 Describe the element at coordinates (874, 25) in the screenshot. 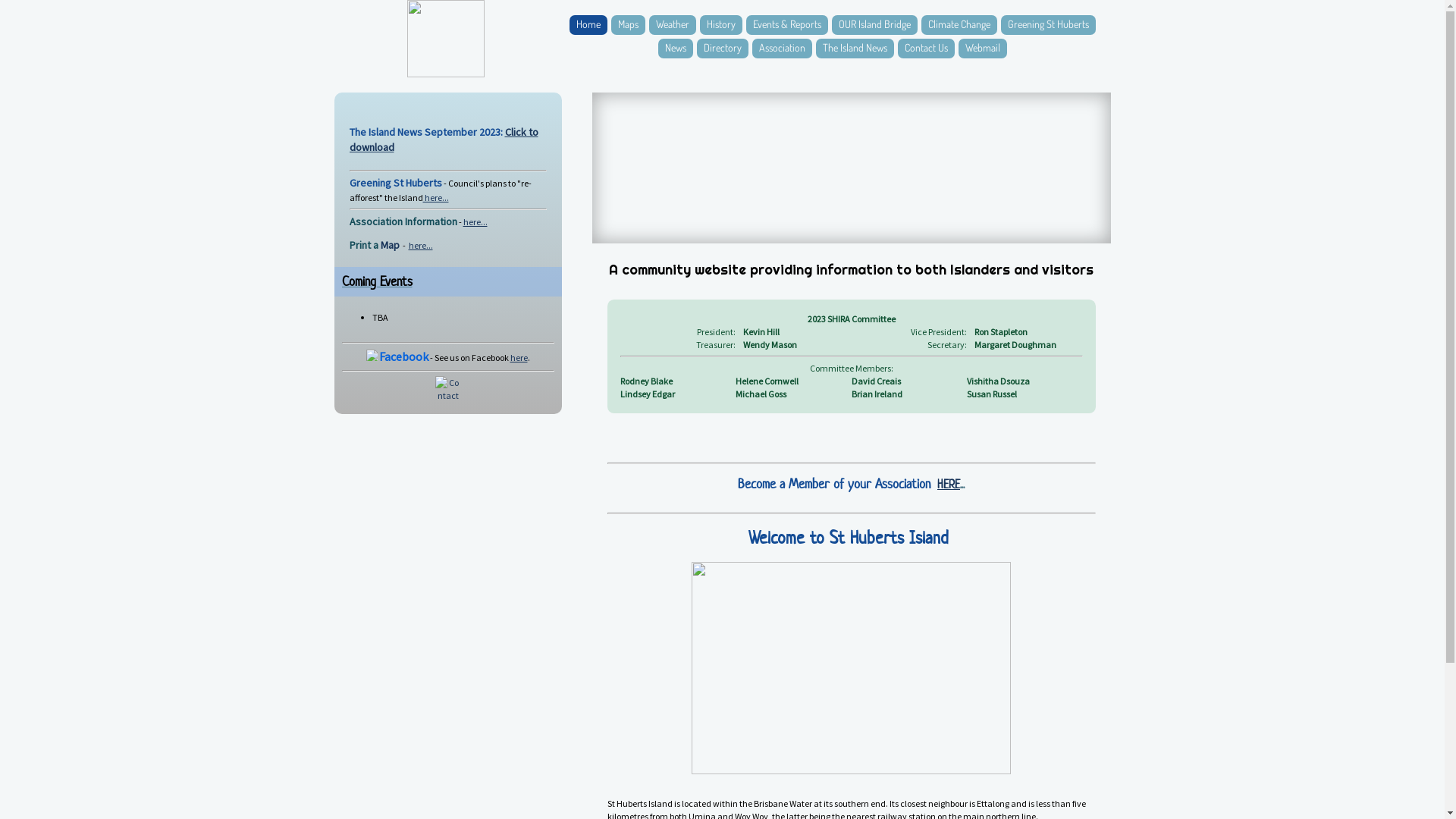

I see `'OUR Island Bridge'` at that location.